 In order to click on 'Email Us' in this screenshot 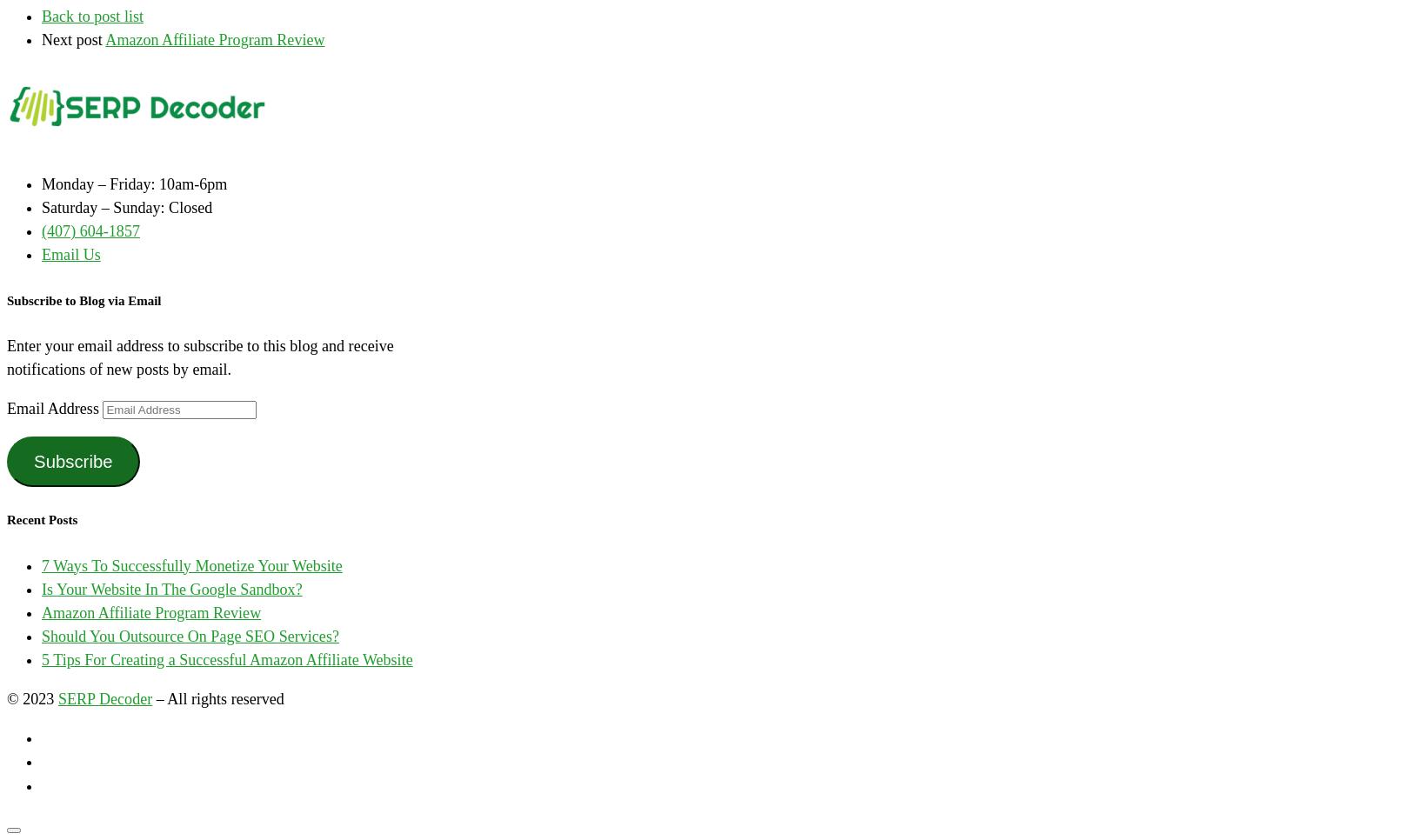, I will do `click(70, 253)`.